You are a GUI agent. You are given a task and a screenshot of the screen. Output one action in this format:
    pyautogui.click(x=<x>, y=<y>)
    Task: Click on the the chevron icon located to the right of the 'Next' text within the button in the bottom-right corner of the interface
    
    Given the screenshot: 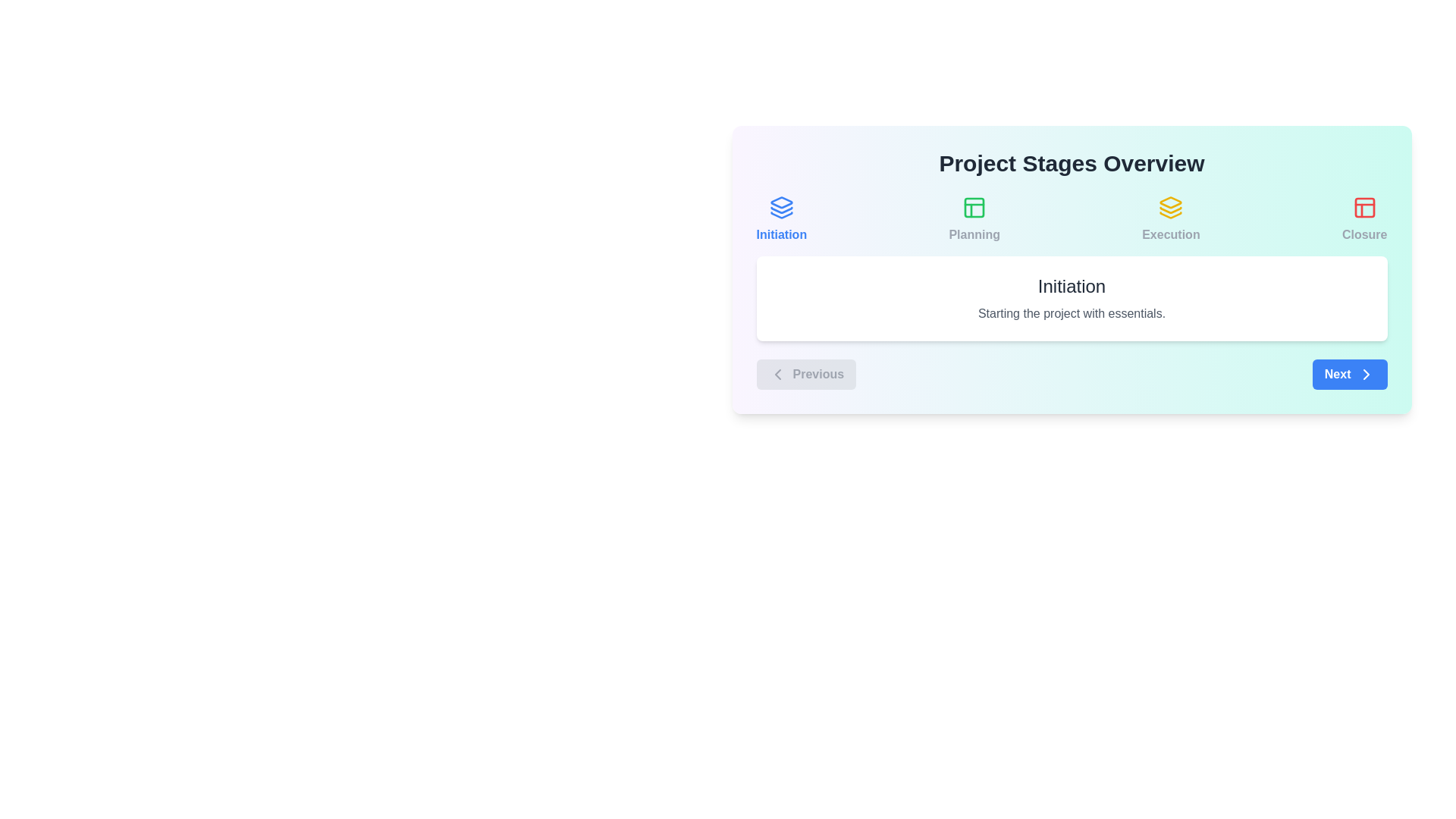 What is the action you would take?
    pyautogui.click(x=1366, y=374)
    